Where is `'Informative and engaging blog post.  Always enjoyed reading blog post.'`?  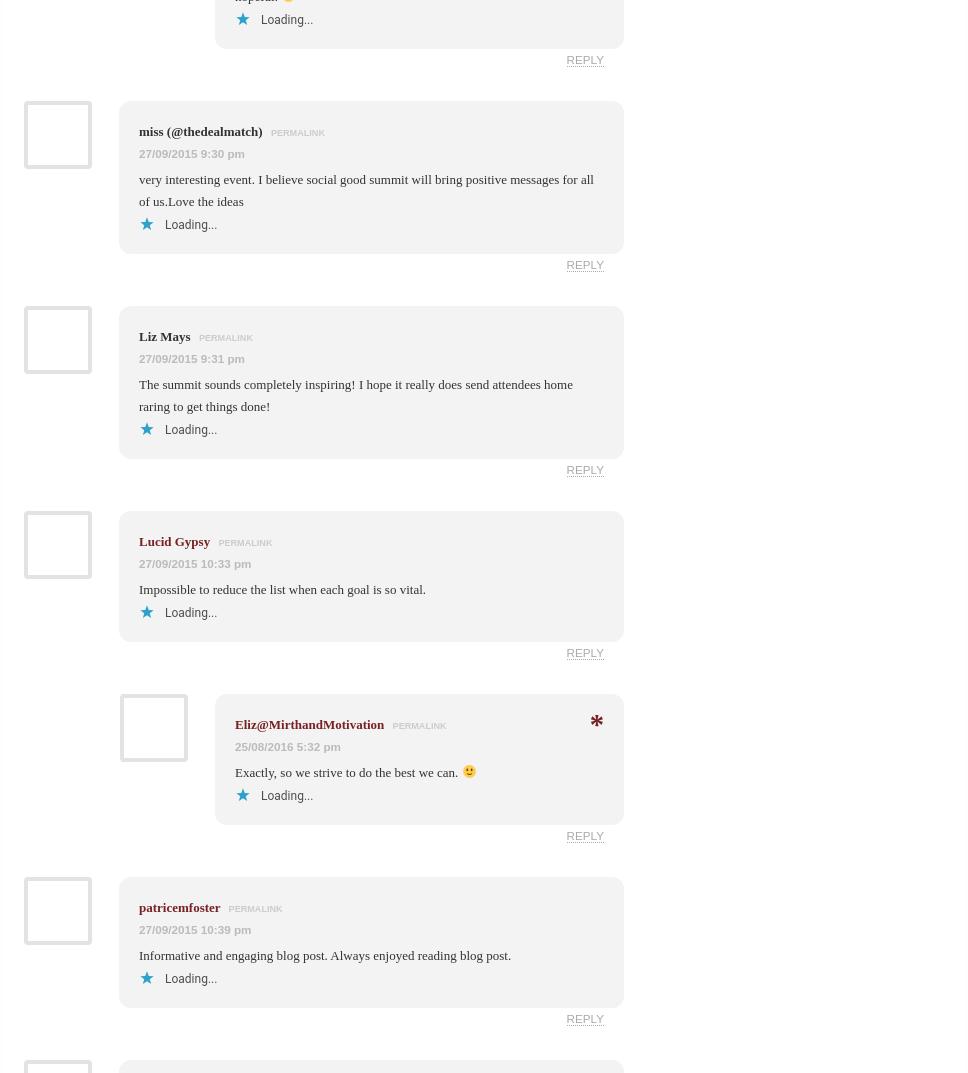
'Informative and engaging blog post.  Always enjoyed reading blog post.' is located at coordinates (324, 953).